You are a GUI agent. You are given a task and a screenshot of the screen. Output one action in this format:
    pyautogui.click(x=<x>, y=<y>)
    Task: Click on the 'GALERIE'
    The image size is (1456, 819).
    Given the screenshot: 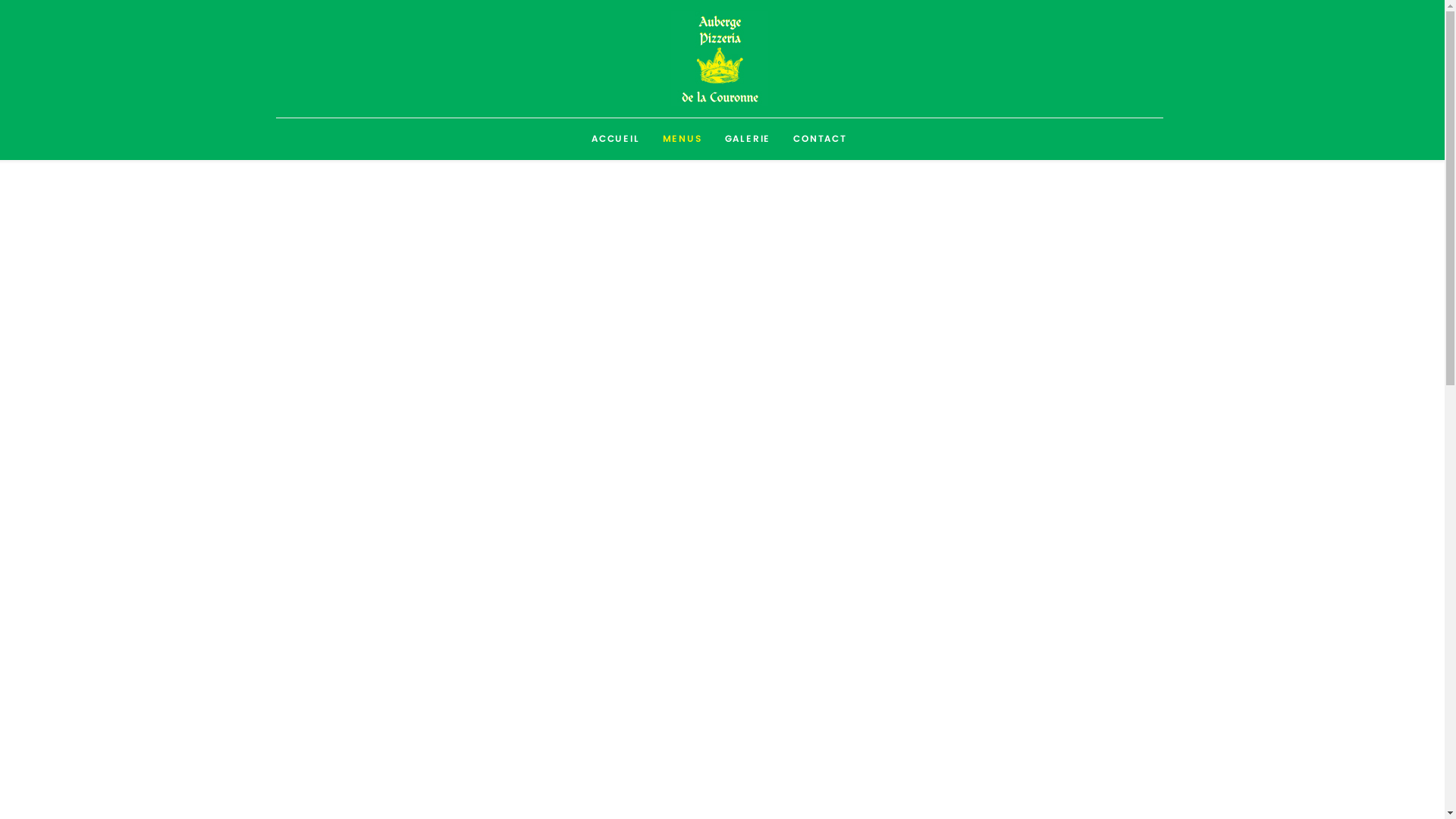 What is the action you would take?
    pyautogui.click(x=748, y=139)
    